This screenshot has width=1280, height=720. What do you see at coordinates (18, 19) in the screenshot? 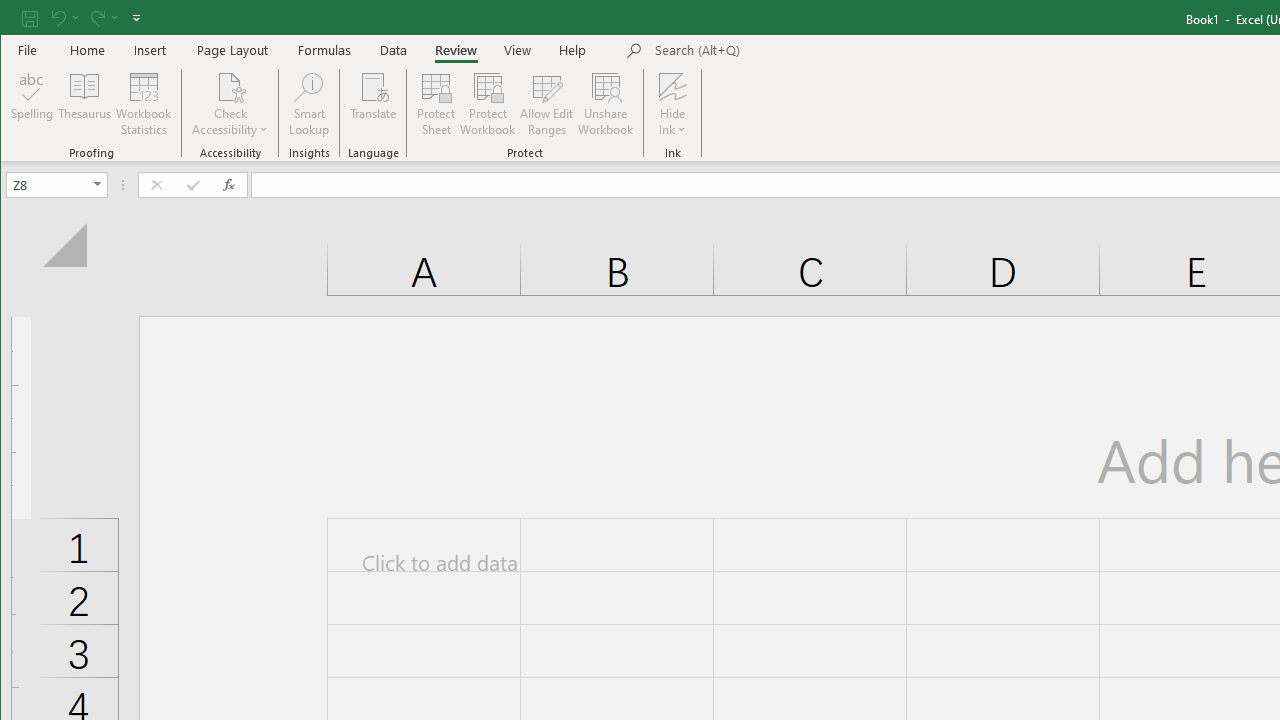
I see `'System'` at bounding box center [18, 19].